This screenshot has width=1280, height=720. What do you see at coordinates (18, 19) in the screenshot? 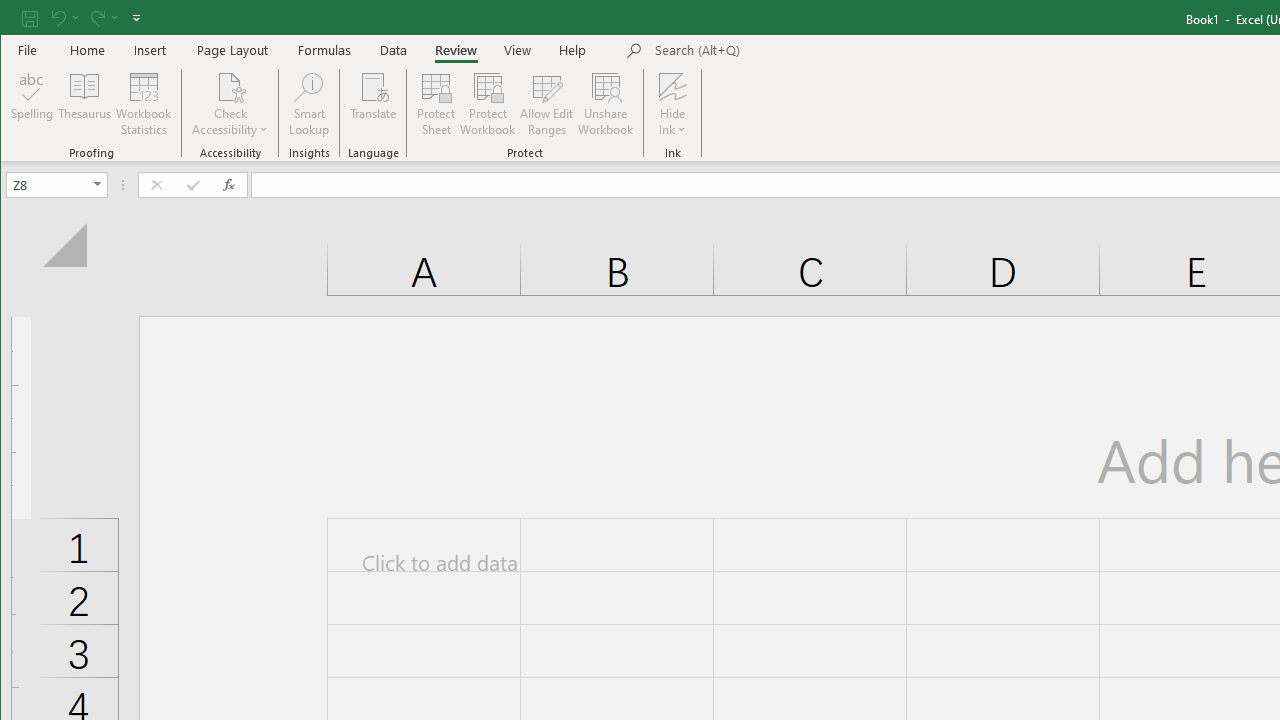
I see `'System'` at bounding box center [18, 19].